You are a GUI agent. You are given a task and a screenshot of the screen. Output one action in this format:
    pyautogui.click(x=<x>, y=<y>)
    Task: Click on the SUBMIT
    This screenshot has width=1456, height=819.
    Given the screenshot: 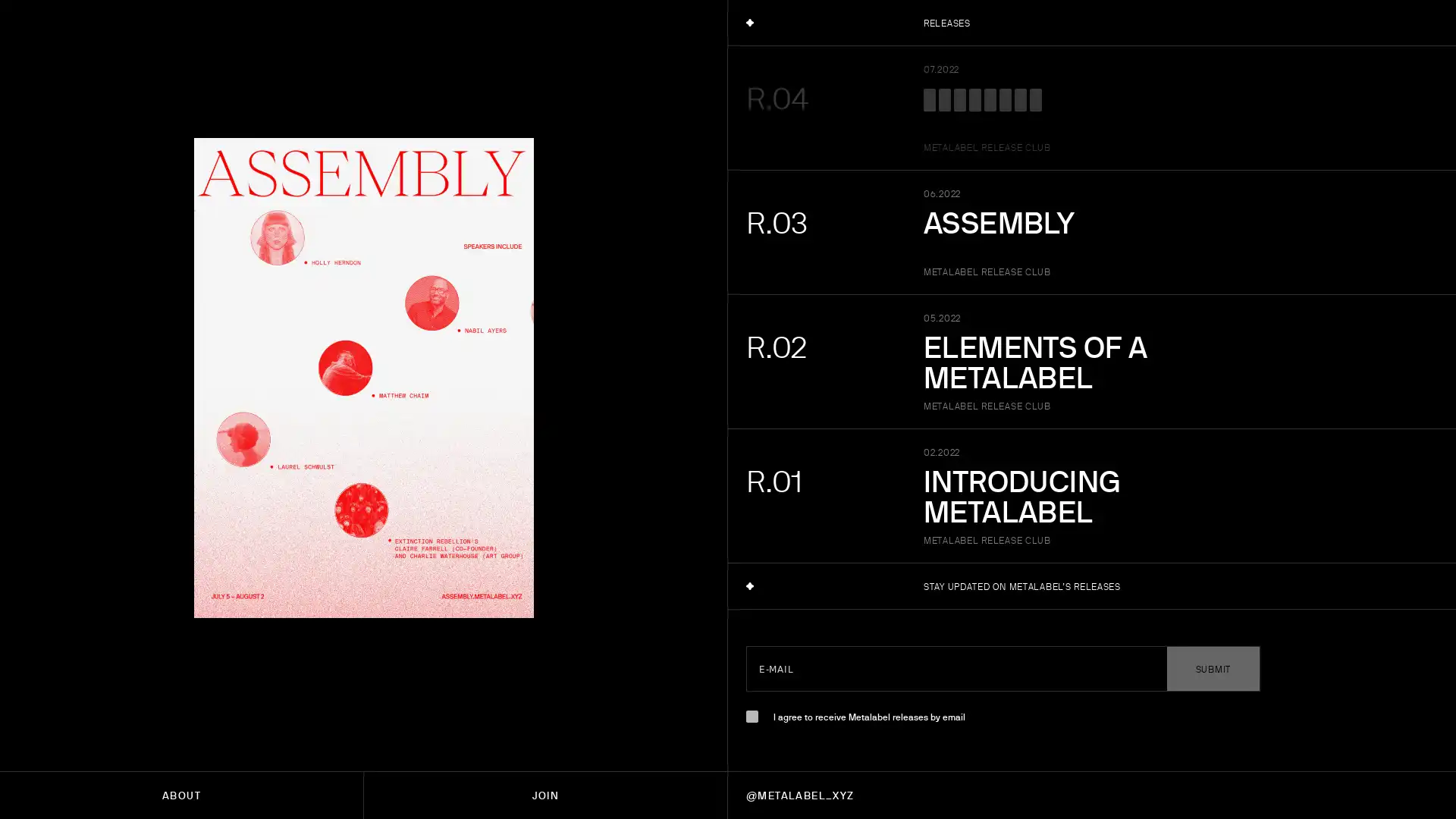 What is the action you would take?
    pyautogui.click(x=1212, y=668)
    